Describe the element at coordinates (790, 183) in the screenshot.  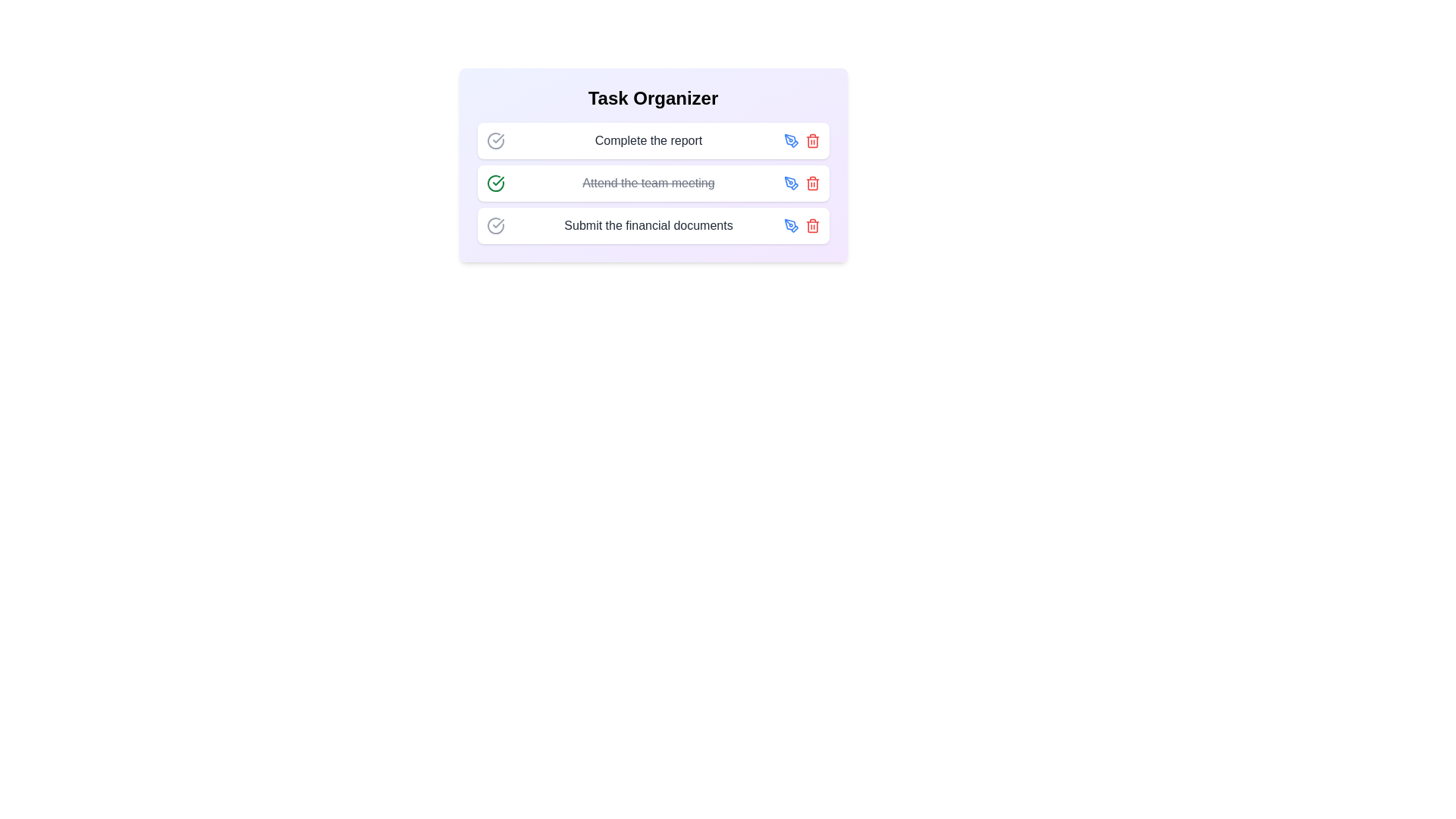
I see `the edit icon for the task 'Attend the team meeting' to edit its details` at that location.